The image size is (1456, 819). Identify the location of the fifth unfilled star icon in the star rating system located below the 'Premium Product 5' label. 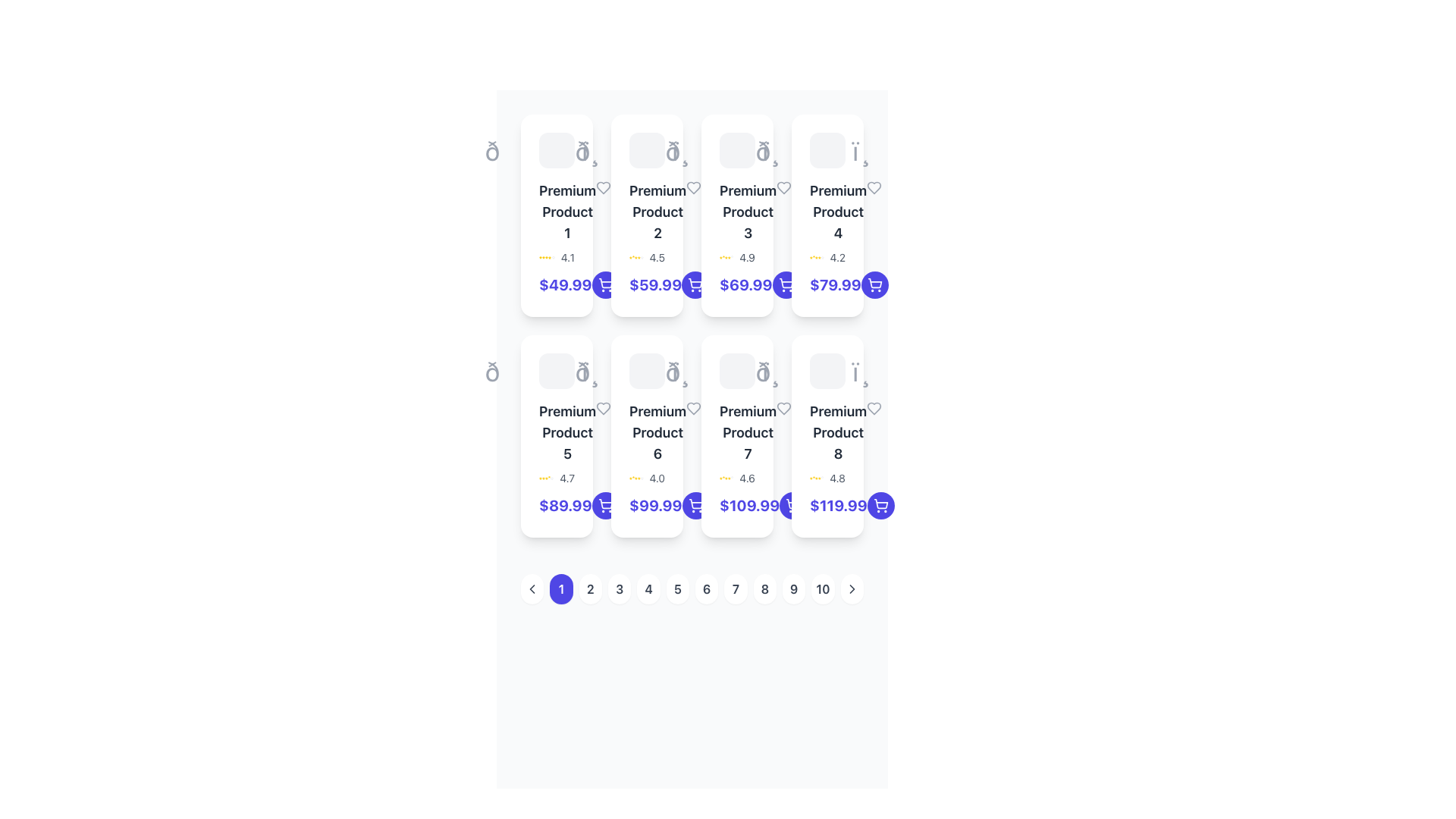
(551, 479).